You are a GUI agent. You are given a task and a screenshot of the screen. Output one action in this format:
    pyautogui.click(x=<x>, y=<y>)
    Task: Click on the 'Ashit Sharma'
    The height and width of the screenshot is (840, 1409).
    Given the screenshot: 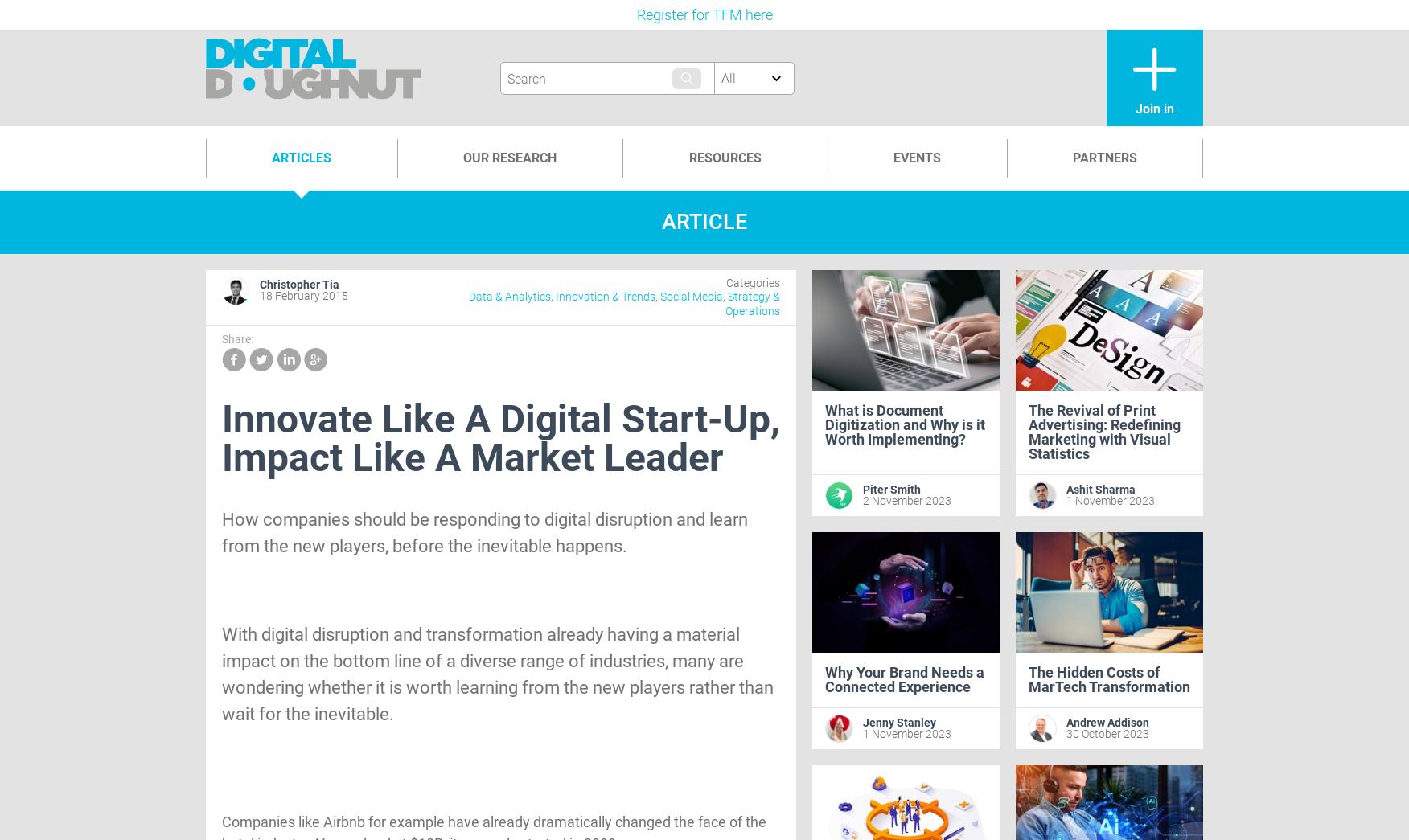 What is the action you would take?
    pyautogui.click(x=1101, y=489)
    